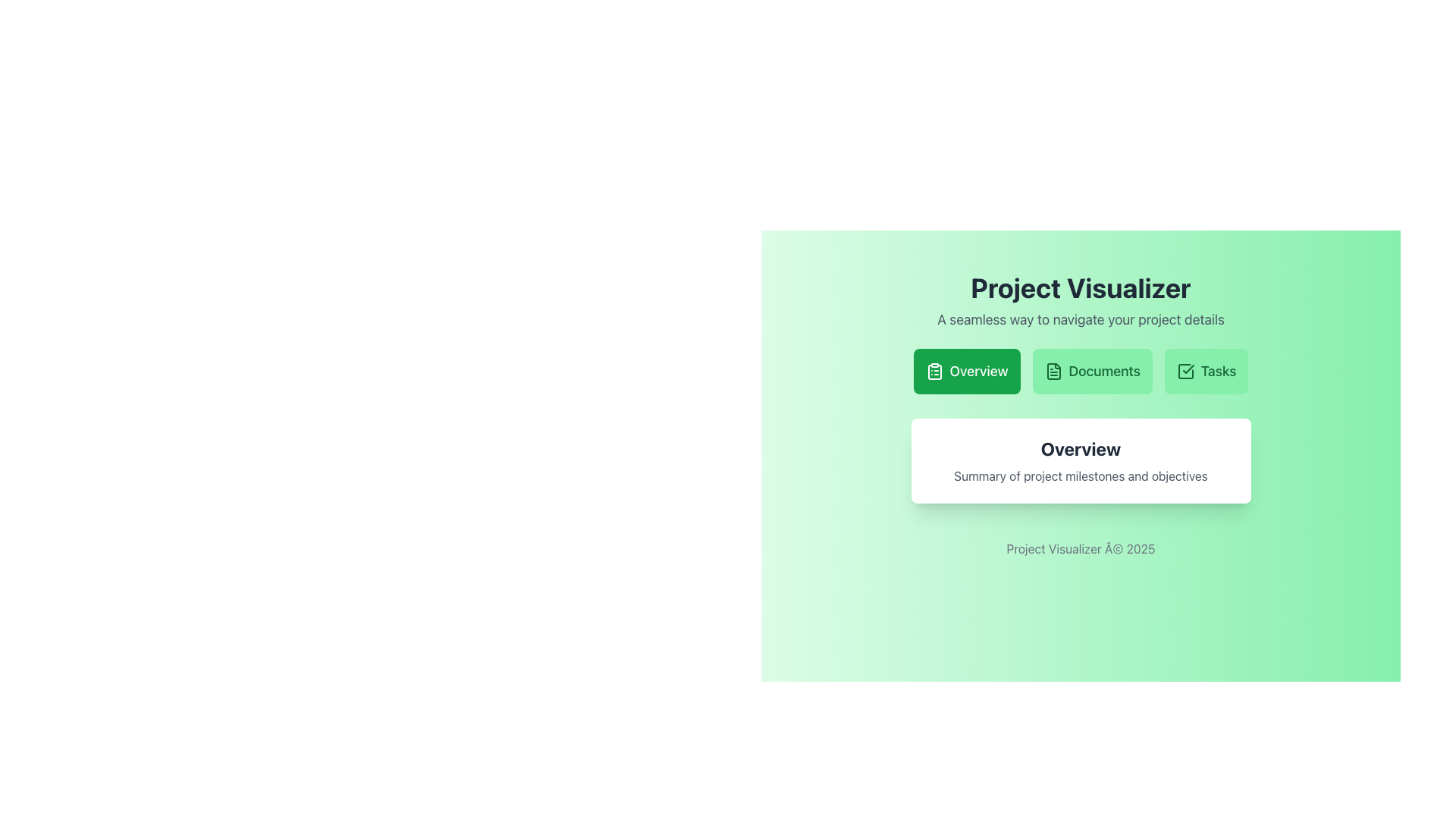 This screenshot has height=819, width=1456. Describe the element at coordinates (1185, 371) in the screenshot. I see `the decorative checkmark icon within the rightmost green 'Tasks' button, indicating task completion status` at that location.